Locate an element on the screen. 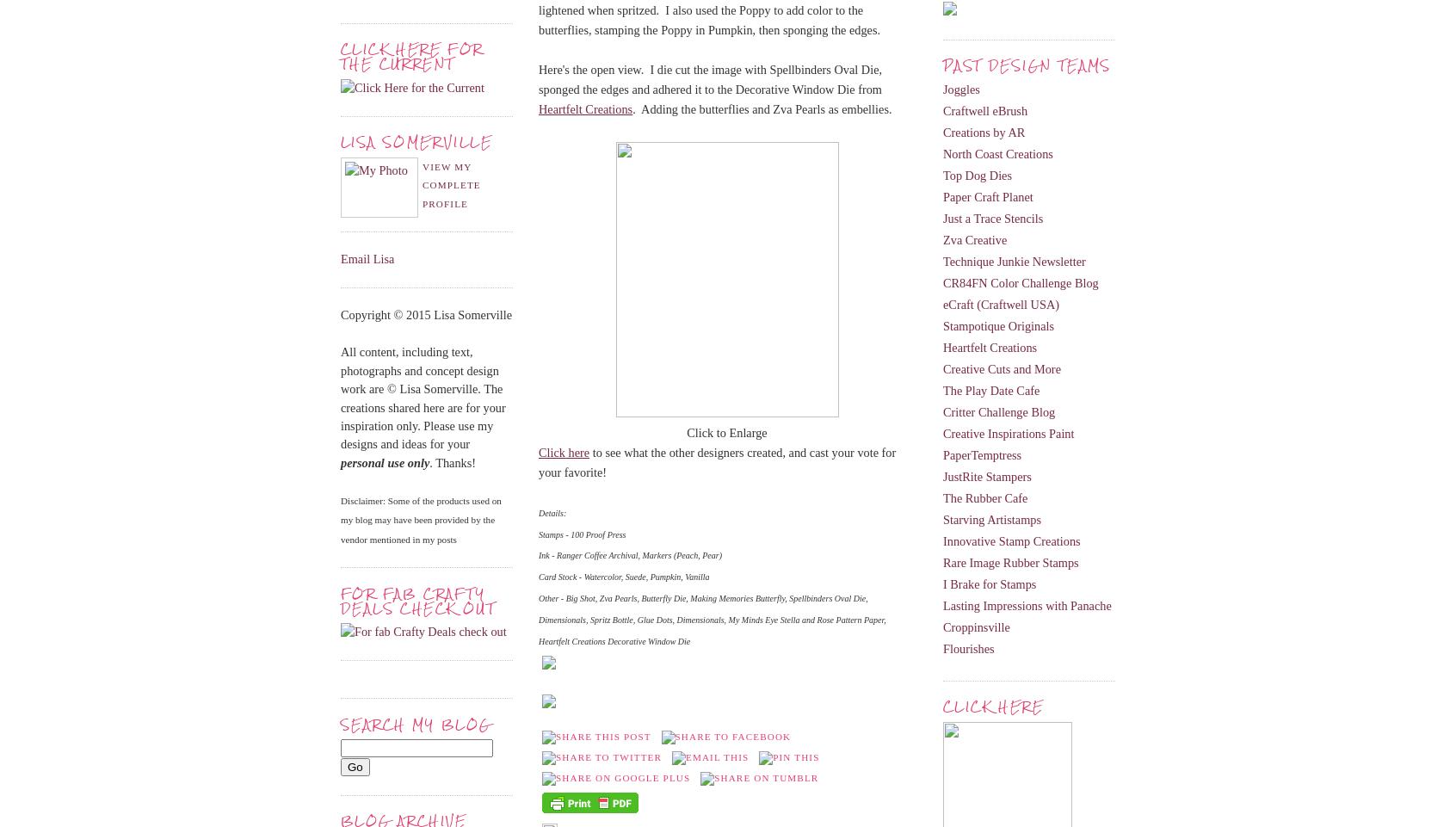  'personal use only' is located at coordinates (384, 461).